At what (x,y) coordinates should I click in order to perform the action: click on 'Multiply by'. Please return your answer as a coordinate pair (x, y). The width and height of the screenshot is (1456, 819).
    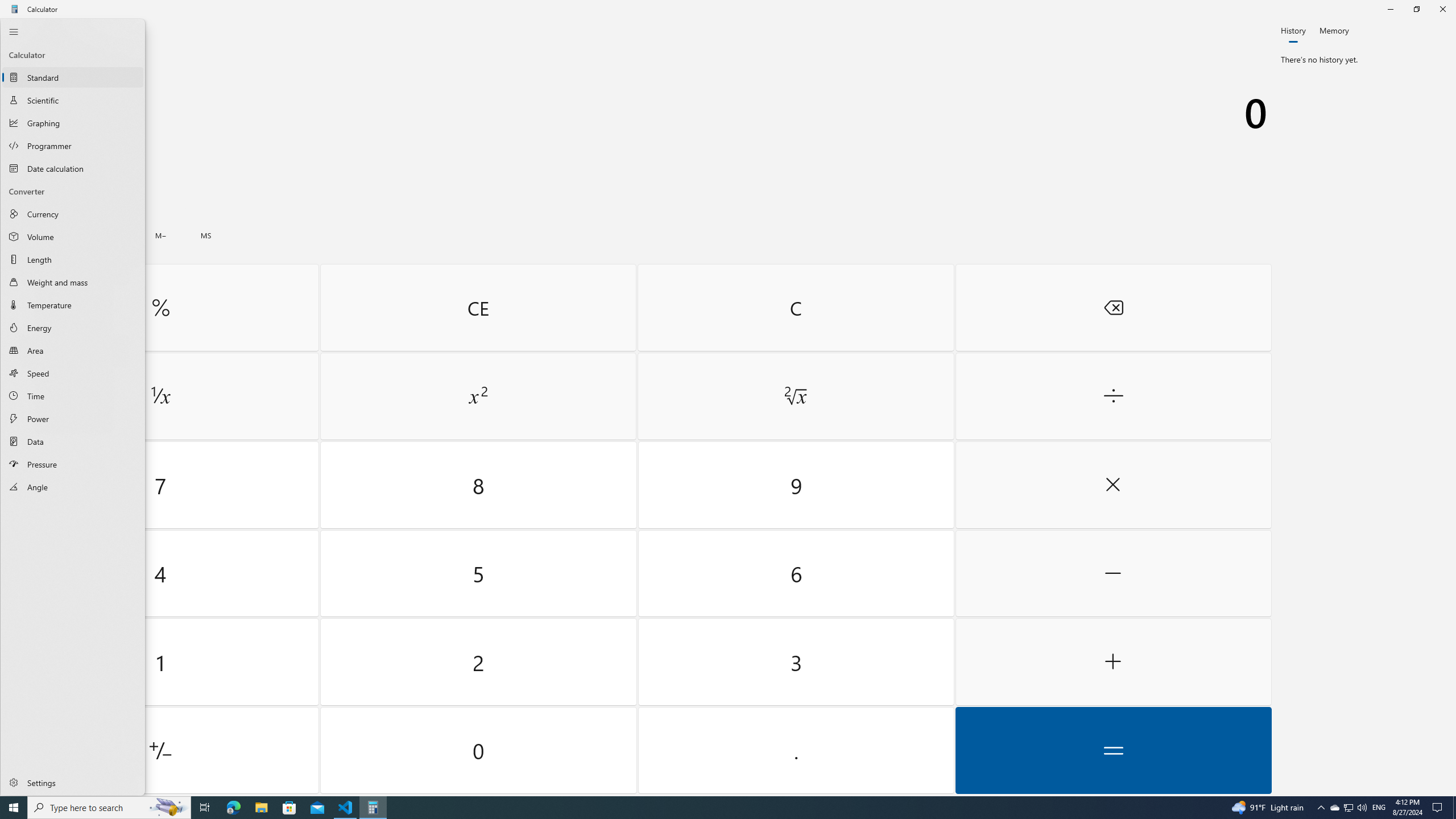
    Looking at the image, I should click on (1112, 485).